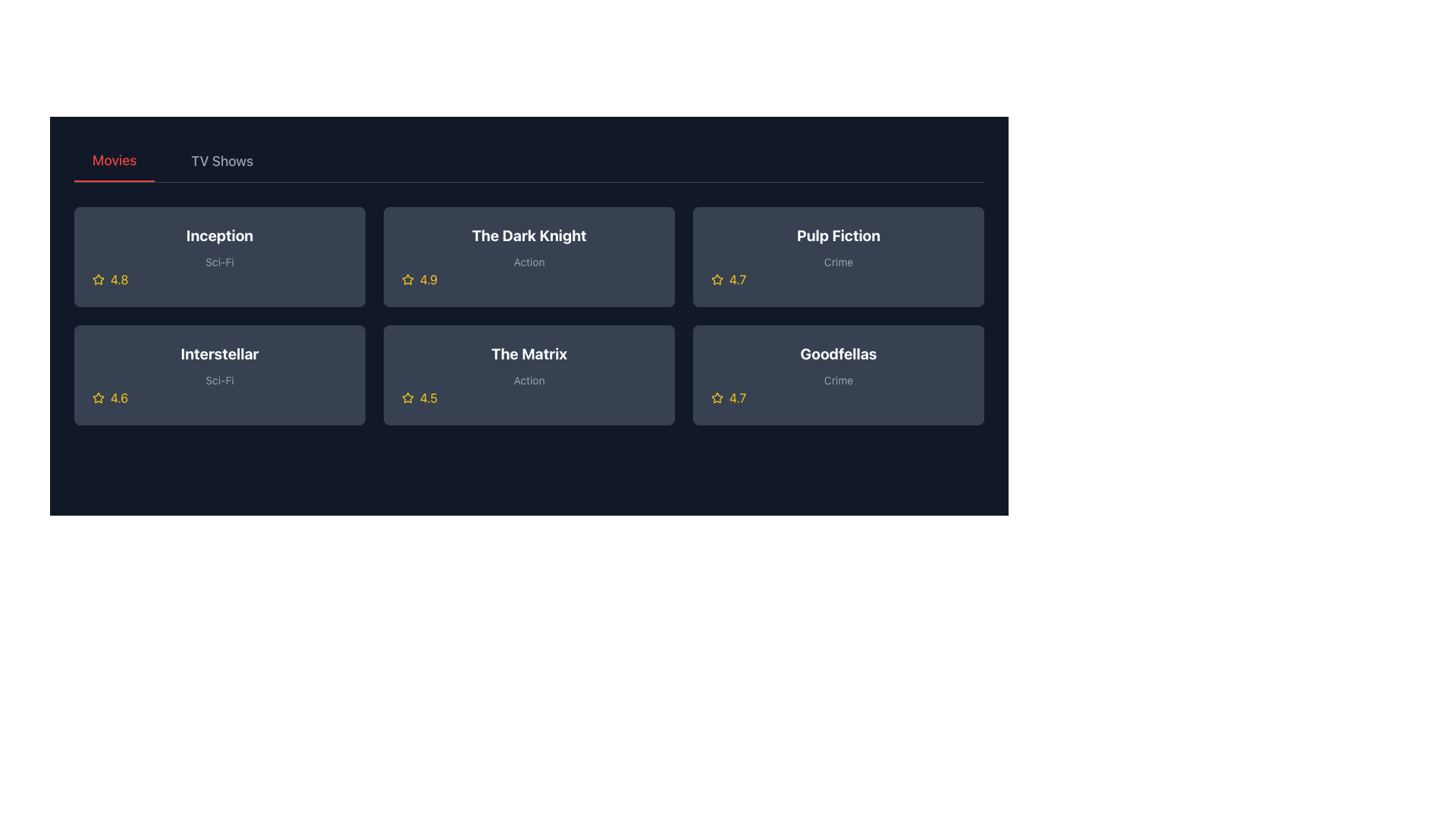 This screenshot has height=819, width=1456. I want to click on the 'Pulp Fiction' card, which is a rectangular card with a dark gray background and features the title 'Pulp Fiction' in bold white text, so click(837, 256).